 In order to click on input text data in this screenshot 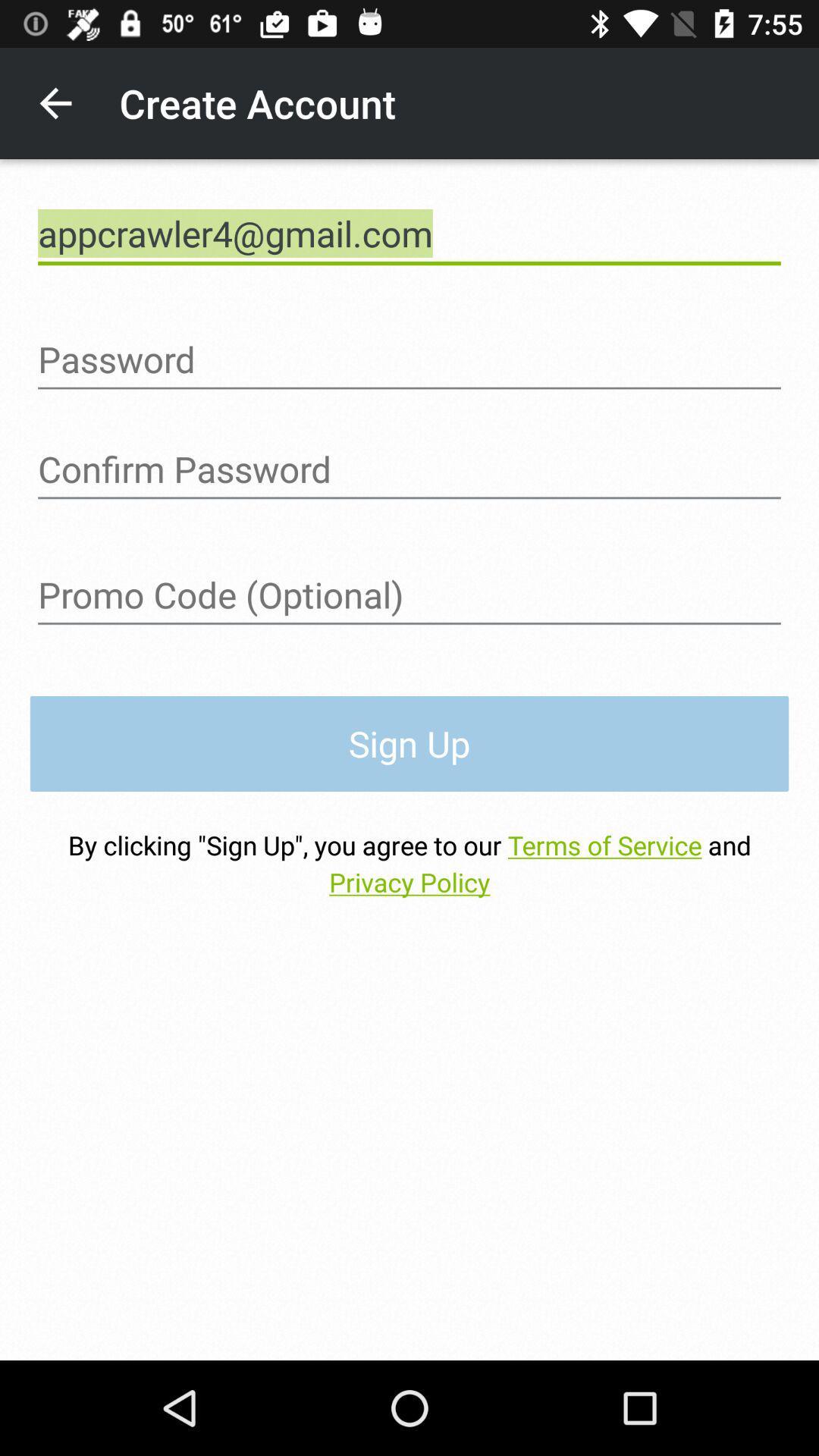, I will do `click(409, 595)`.